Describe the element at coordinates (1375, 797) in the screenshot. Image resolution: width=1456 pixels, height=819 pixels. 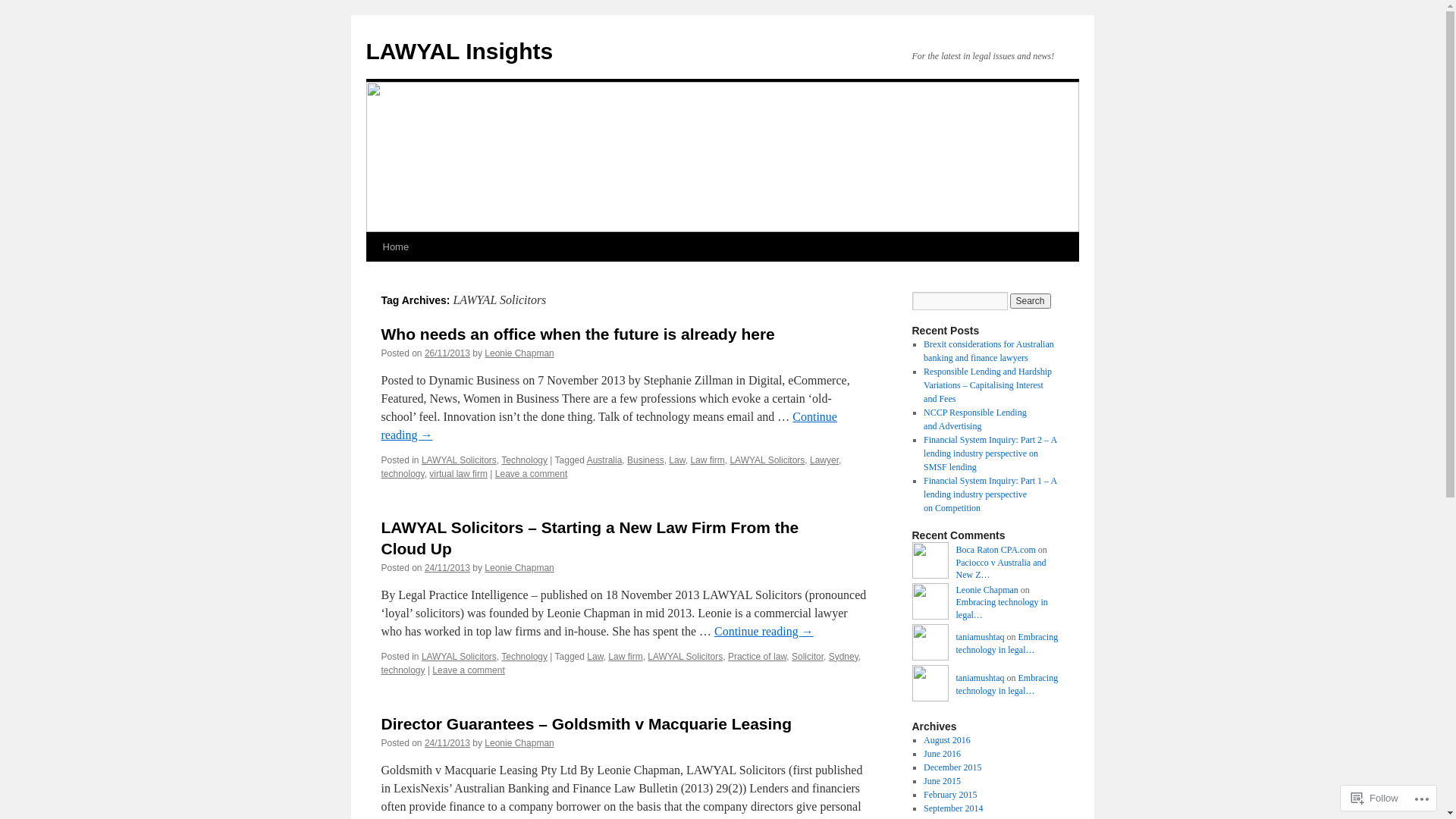
I see `'Follow'` at that location.